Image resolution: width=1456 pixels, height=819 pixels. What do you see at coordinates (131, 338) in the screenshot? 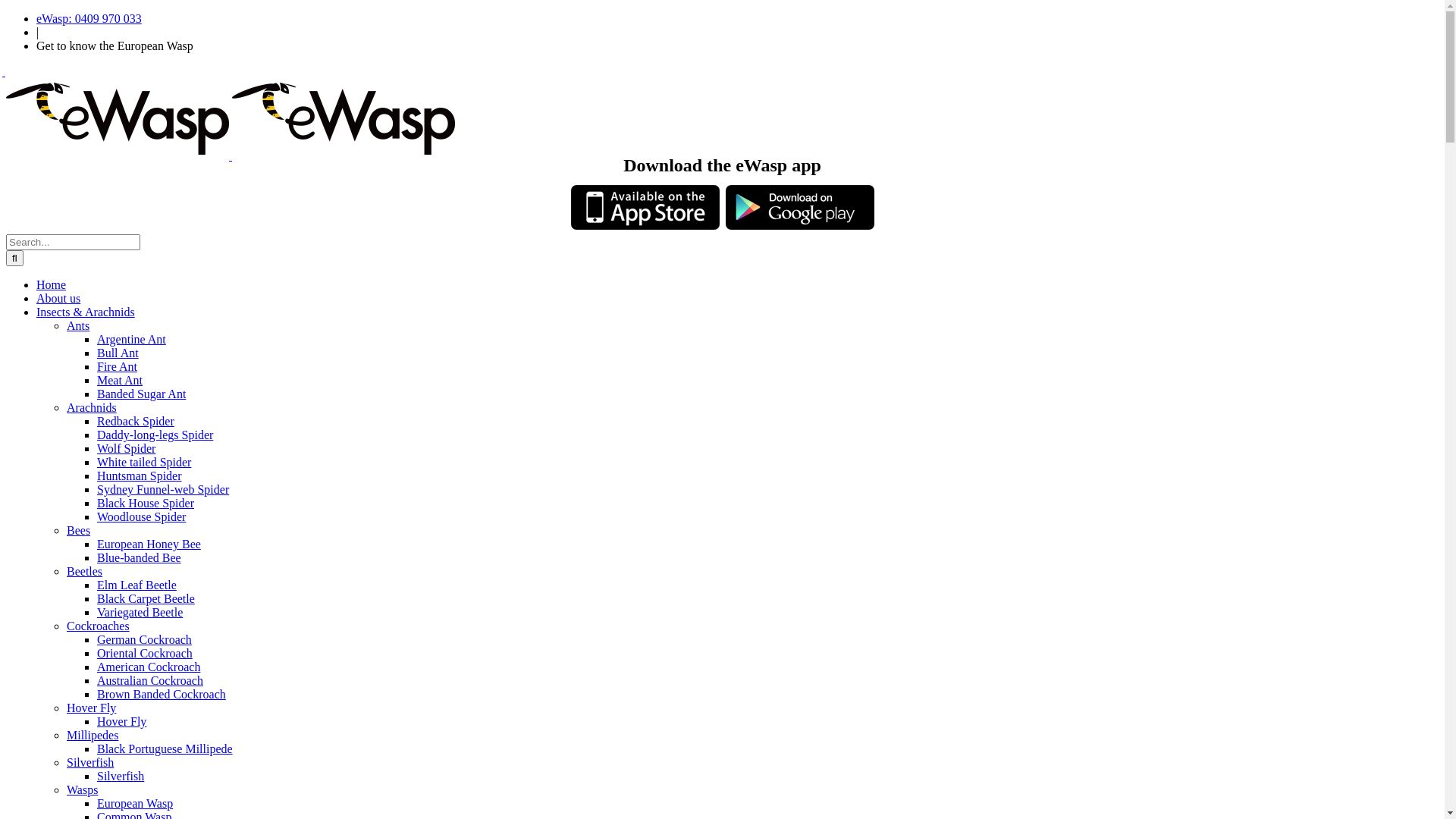
I see `'Argentine Ant'` at bounding box center [131, 338].